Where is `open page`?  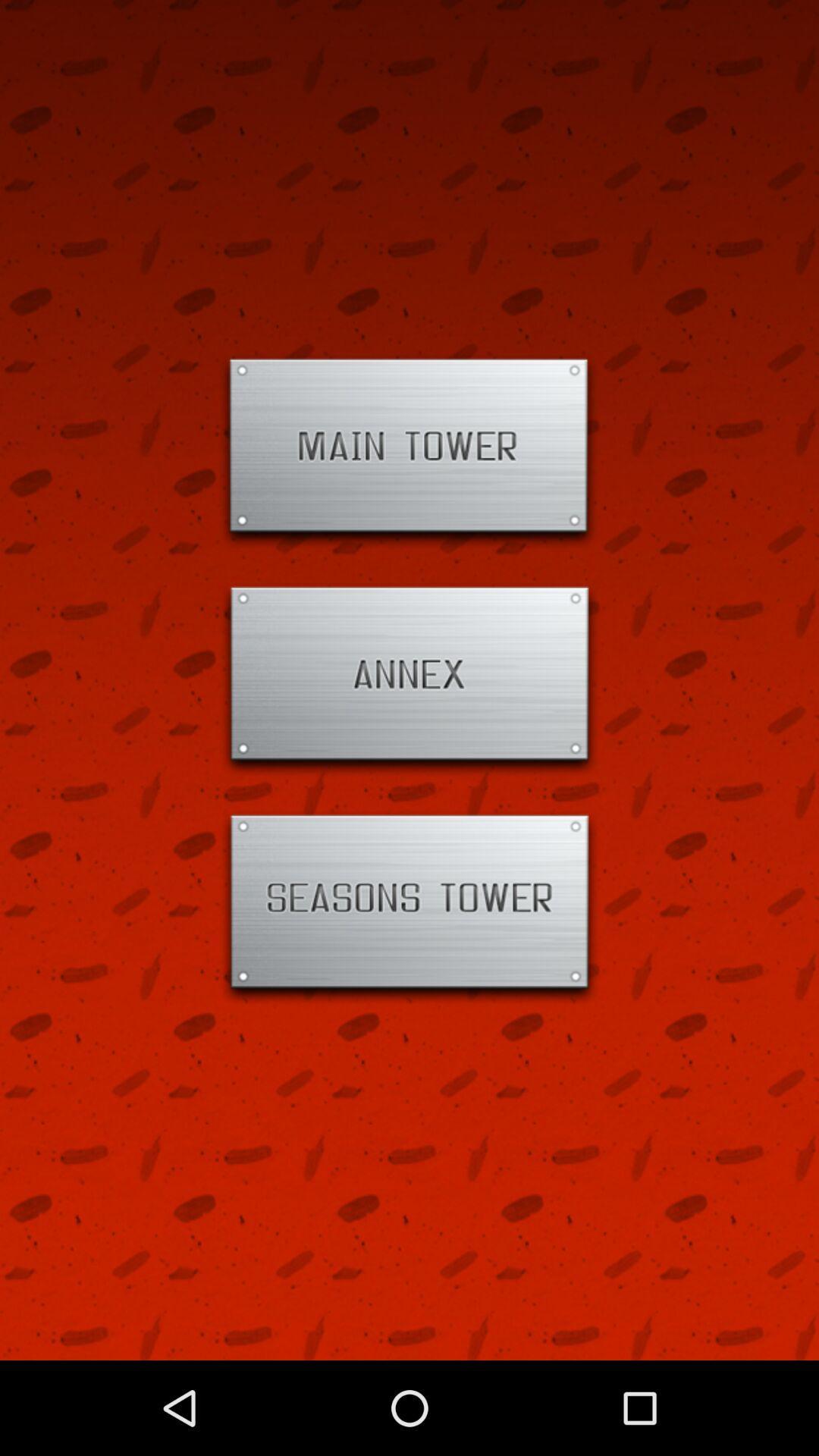 open page is located at coordinates (409, 451).